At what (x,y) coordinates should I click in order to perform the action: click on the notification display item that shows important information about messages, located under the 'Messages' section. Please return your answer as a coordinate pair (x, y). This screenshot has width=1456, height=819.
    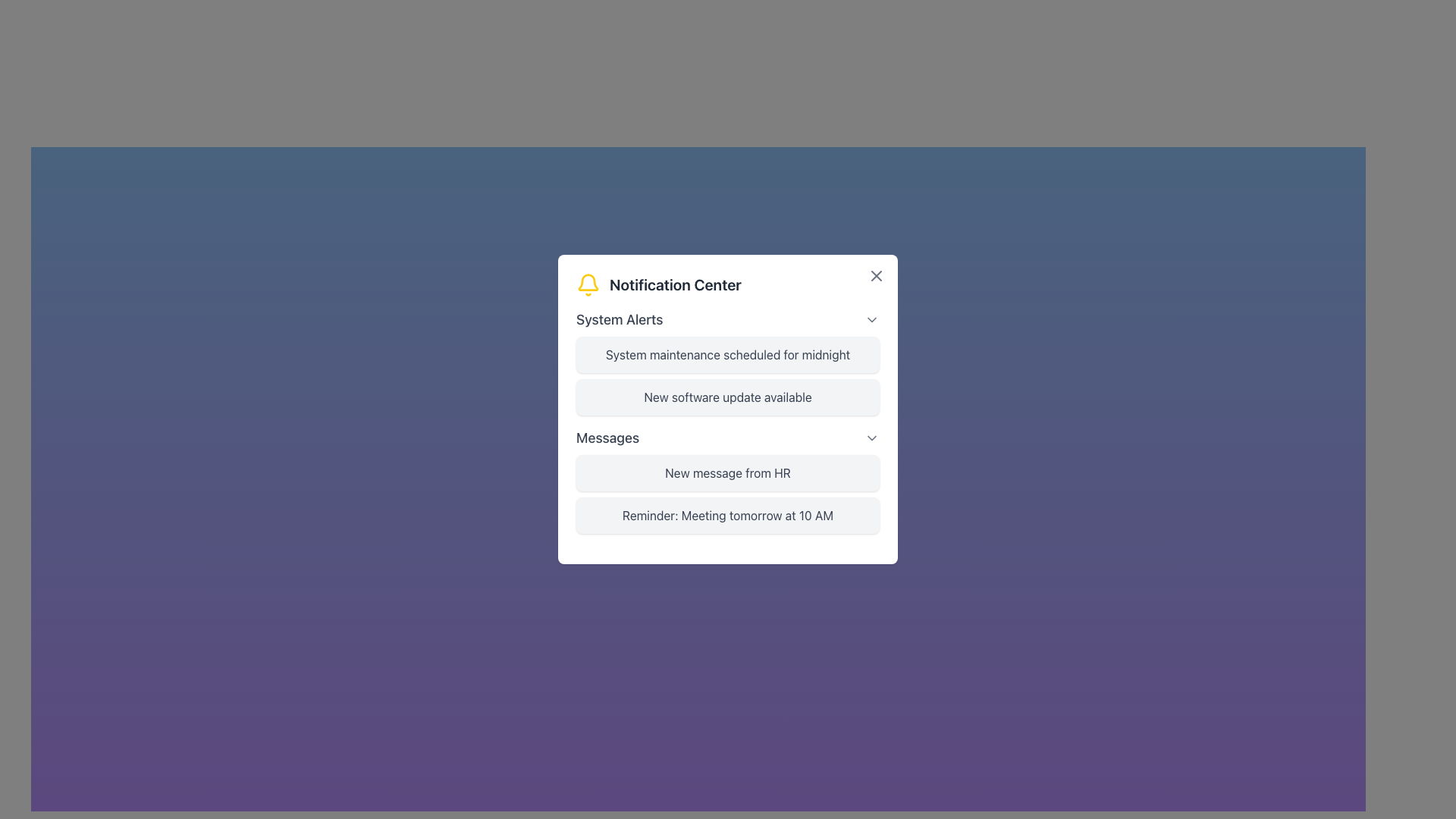
    Looking at the image, I should click on (728, 494).